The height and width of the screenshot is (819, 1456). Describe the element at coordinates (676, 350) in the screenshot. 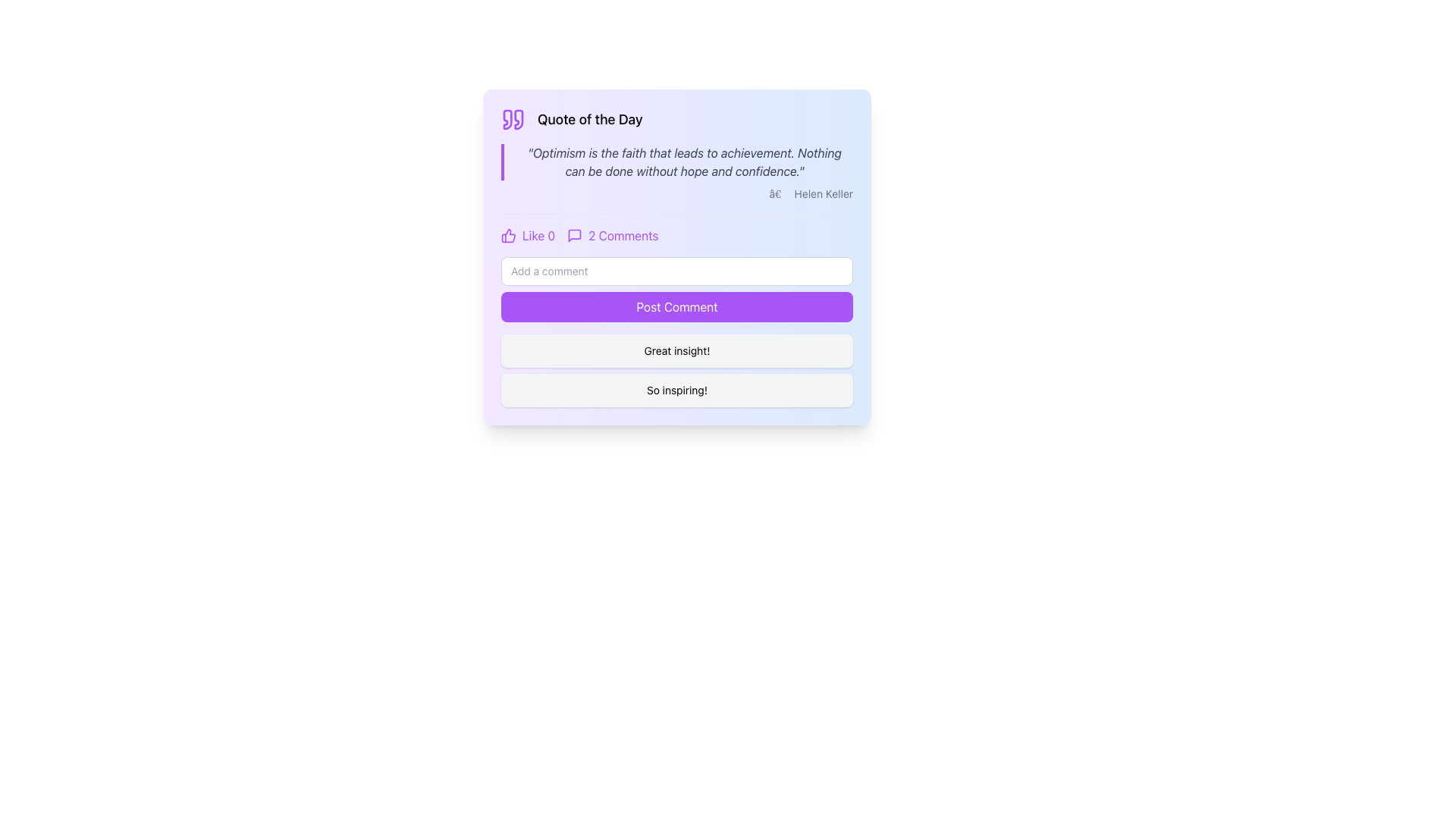

I see `the Text Display Box containing the message 'Great insight!' displayed in a small black font on a light gray background` at that location.